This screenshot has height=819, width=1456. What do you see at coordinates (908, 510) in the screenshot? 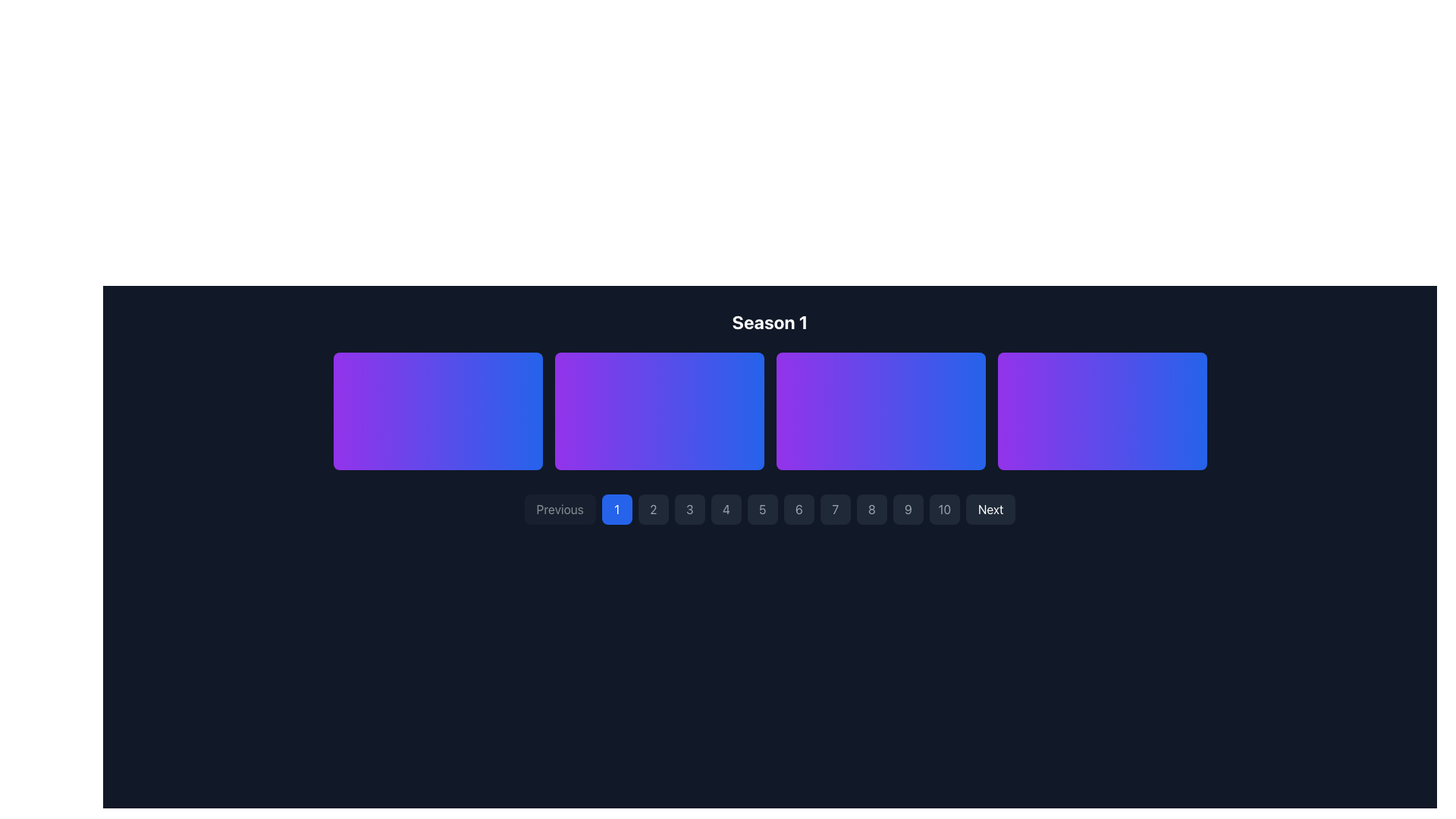
I see `the ninth pagination button located in the horizontal pagination bar at the bottom center of the interface` at bounding box center [908, 510].